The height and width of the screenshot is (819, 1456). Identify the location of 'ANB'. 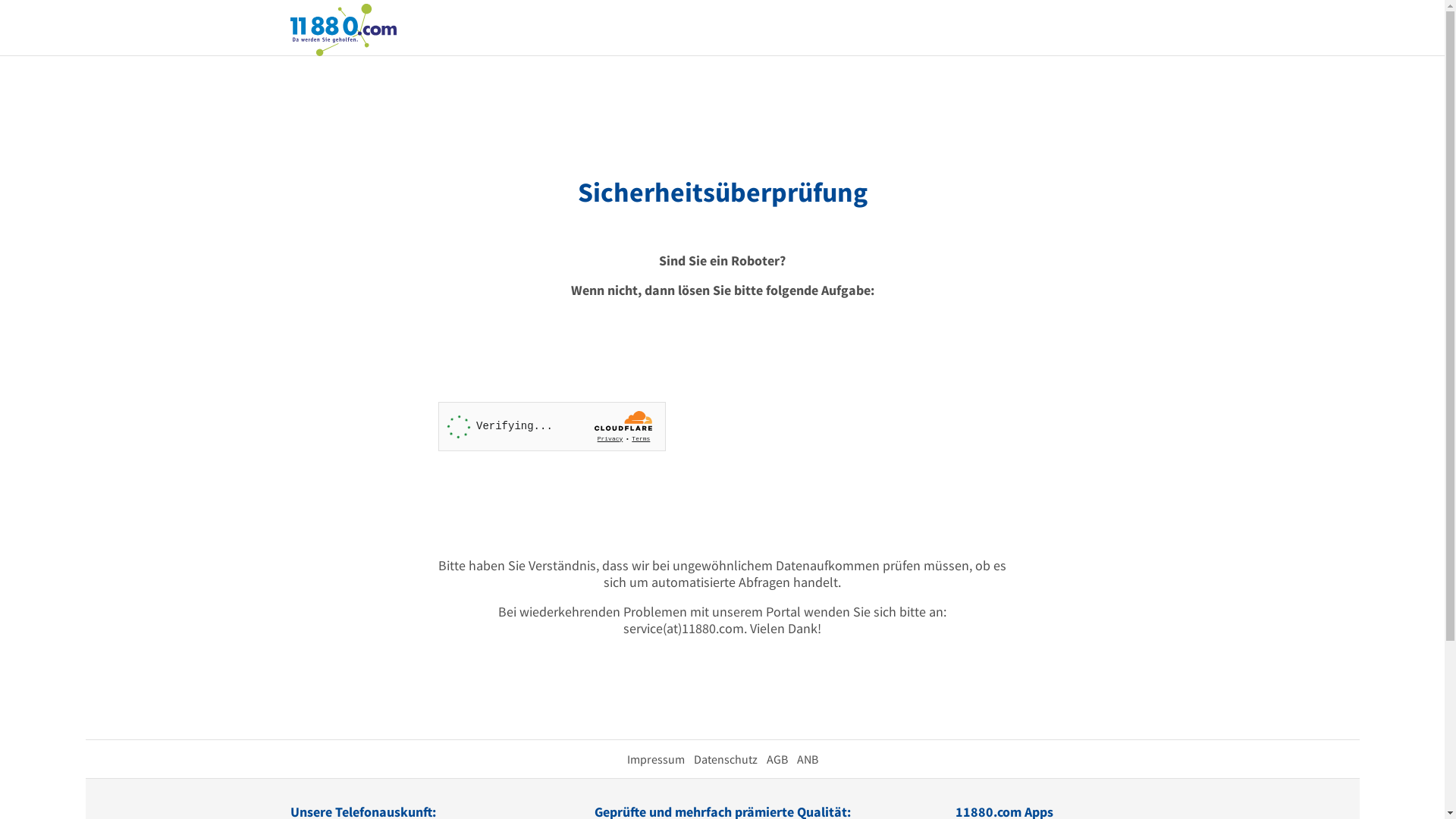
(795, 759).